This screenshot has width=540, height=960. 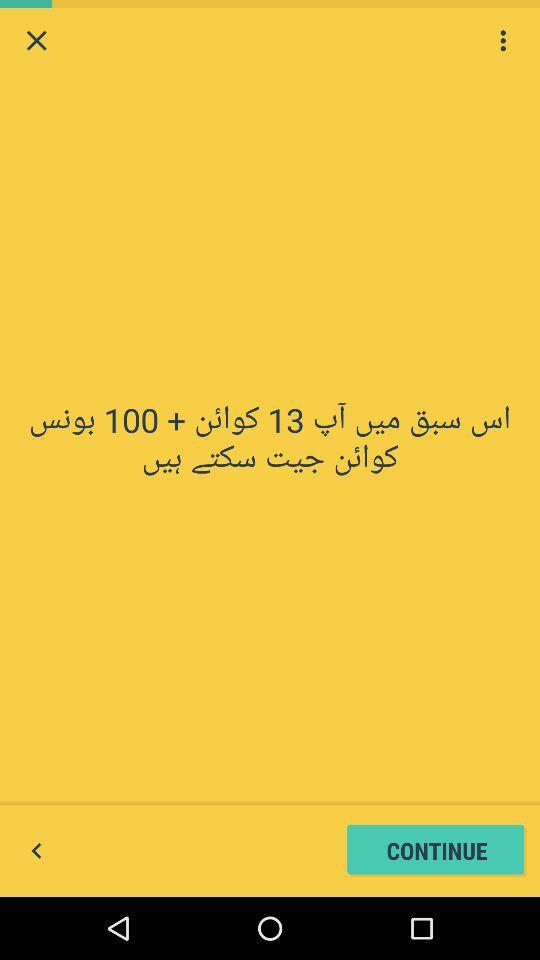 I want to click on the continue button, so click(x=436, y=849).